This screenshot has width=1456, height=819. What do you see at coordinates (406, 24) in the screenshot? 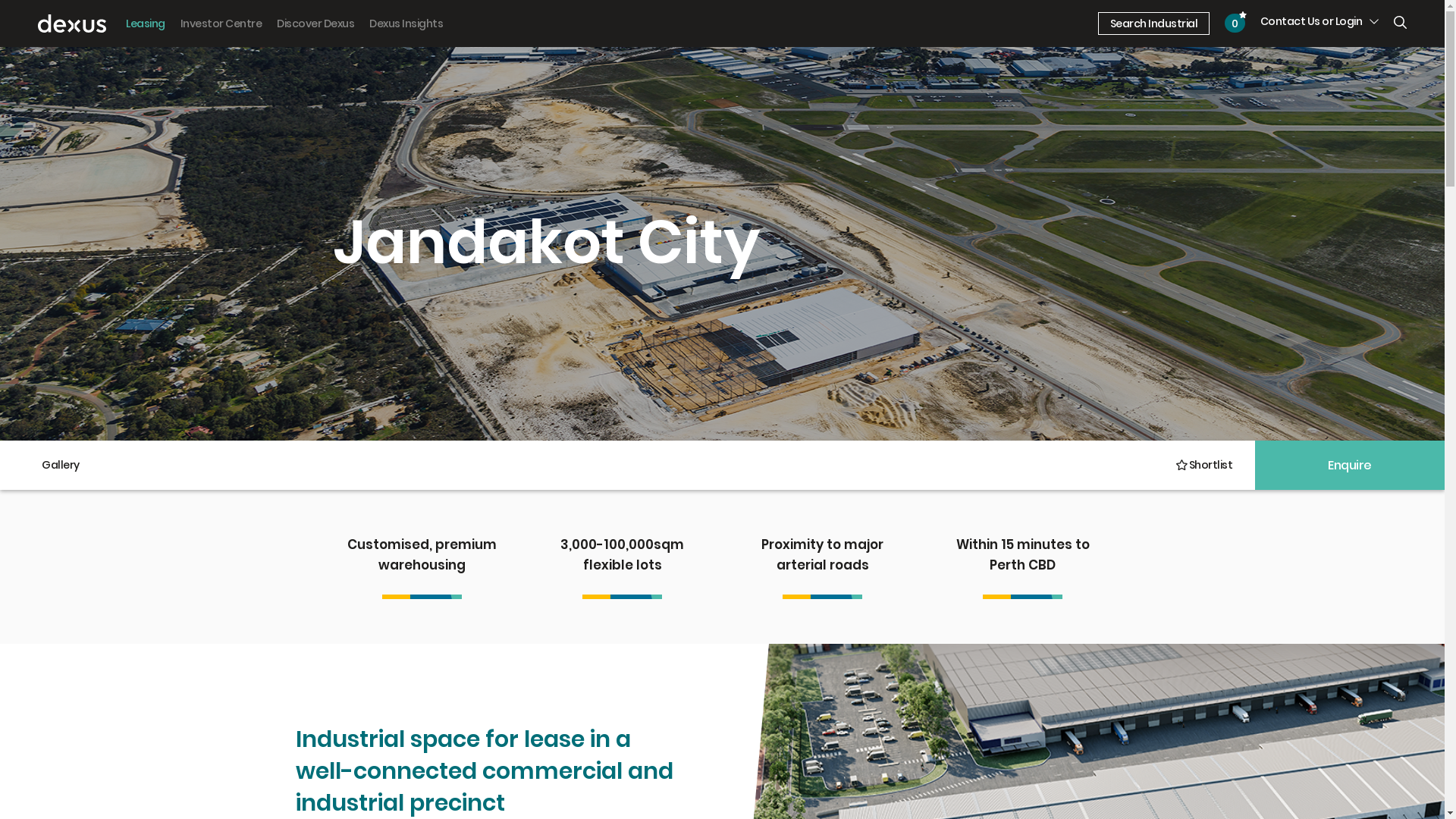
I see `'Dexus Insights'` at bounding box center [406, 24].